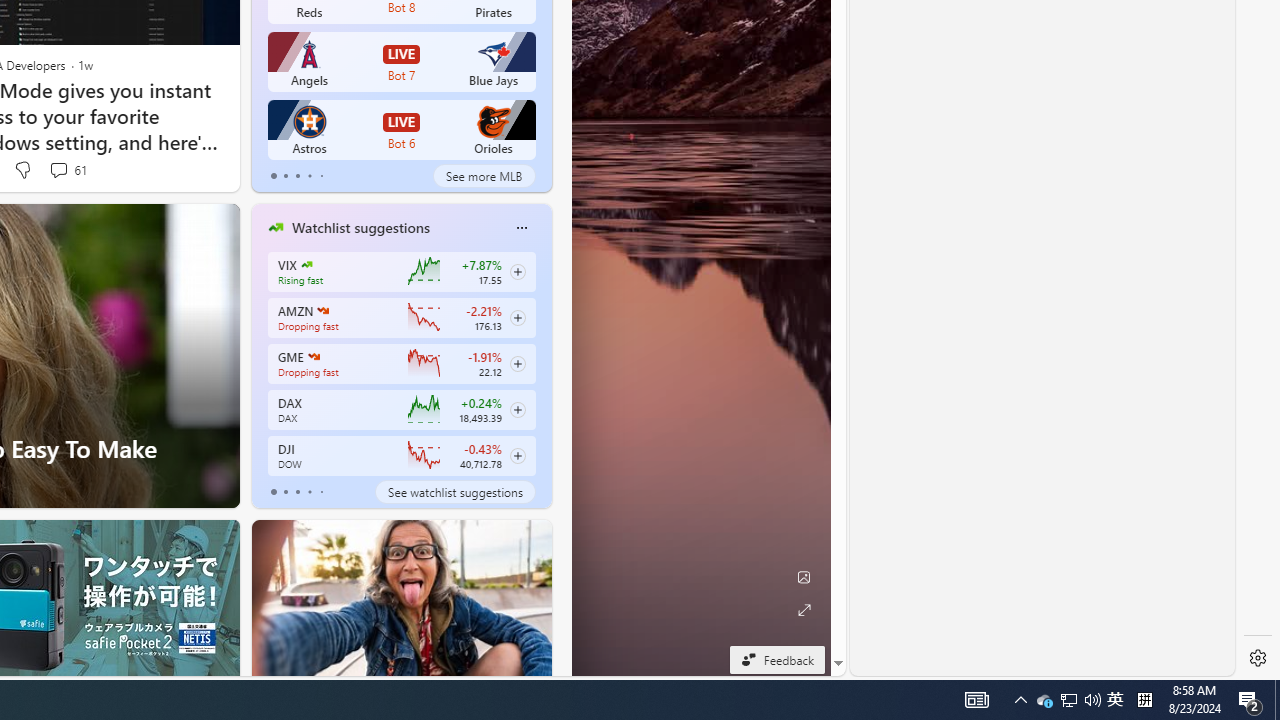 This screenshot has height=720, width=1280. I want to click on 'View comments 61 Comment', so click(67, 169).